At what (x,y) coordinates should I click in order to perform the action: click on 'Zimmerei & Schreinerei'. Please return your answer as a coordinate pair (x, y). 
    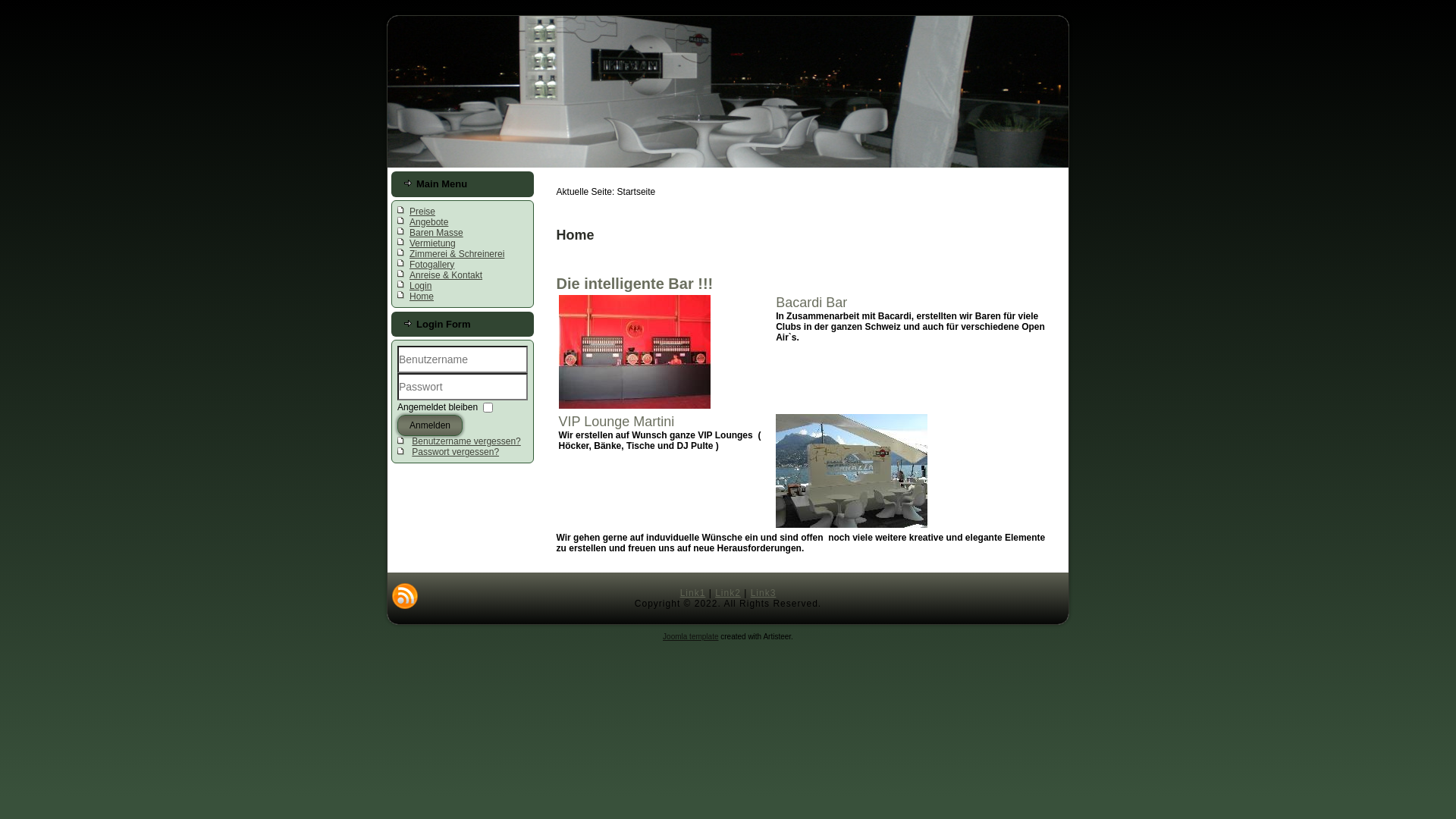
    Looking at the image, I should click on (409, 253).